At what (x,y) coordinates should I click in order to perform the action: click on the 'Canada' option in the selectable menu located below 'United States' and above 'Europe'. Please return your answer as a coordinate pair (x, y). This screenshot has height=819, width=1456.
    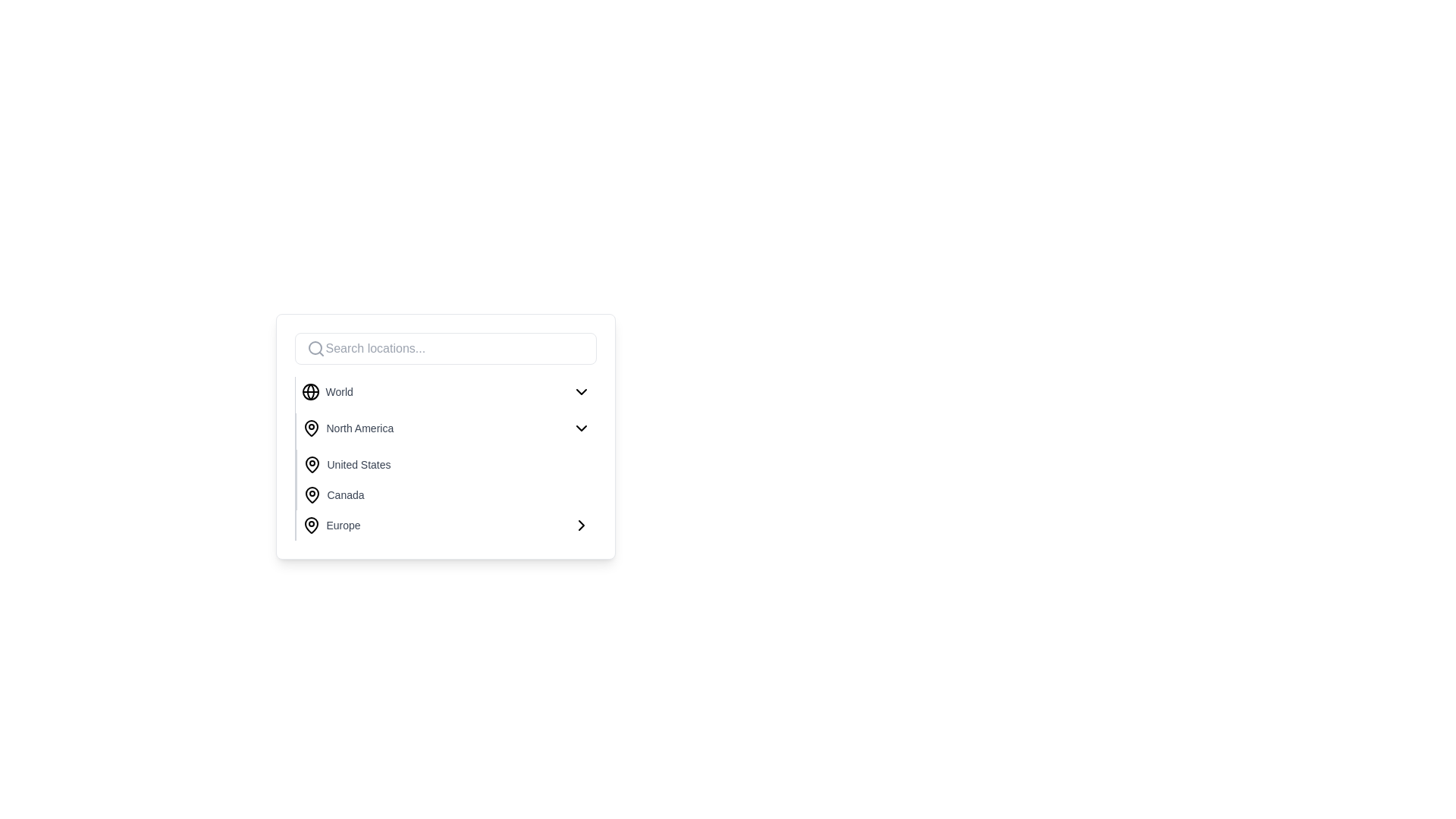
    Looking at the image, I should click on (446, 494).